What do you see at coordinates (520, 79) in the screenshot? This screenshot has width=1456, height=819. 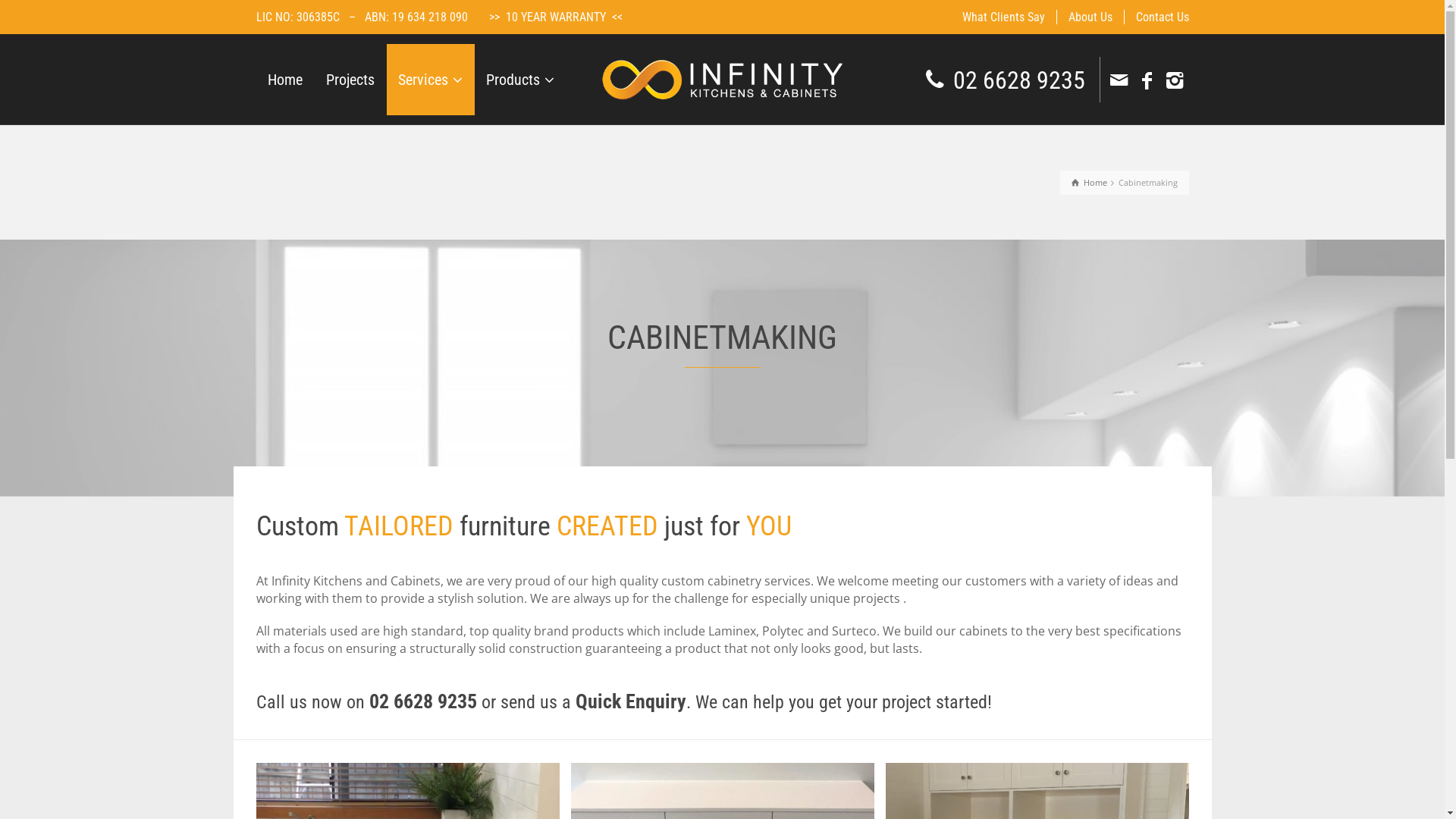 I see `'Products'` at bounding box center [520, 79].